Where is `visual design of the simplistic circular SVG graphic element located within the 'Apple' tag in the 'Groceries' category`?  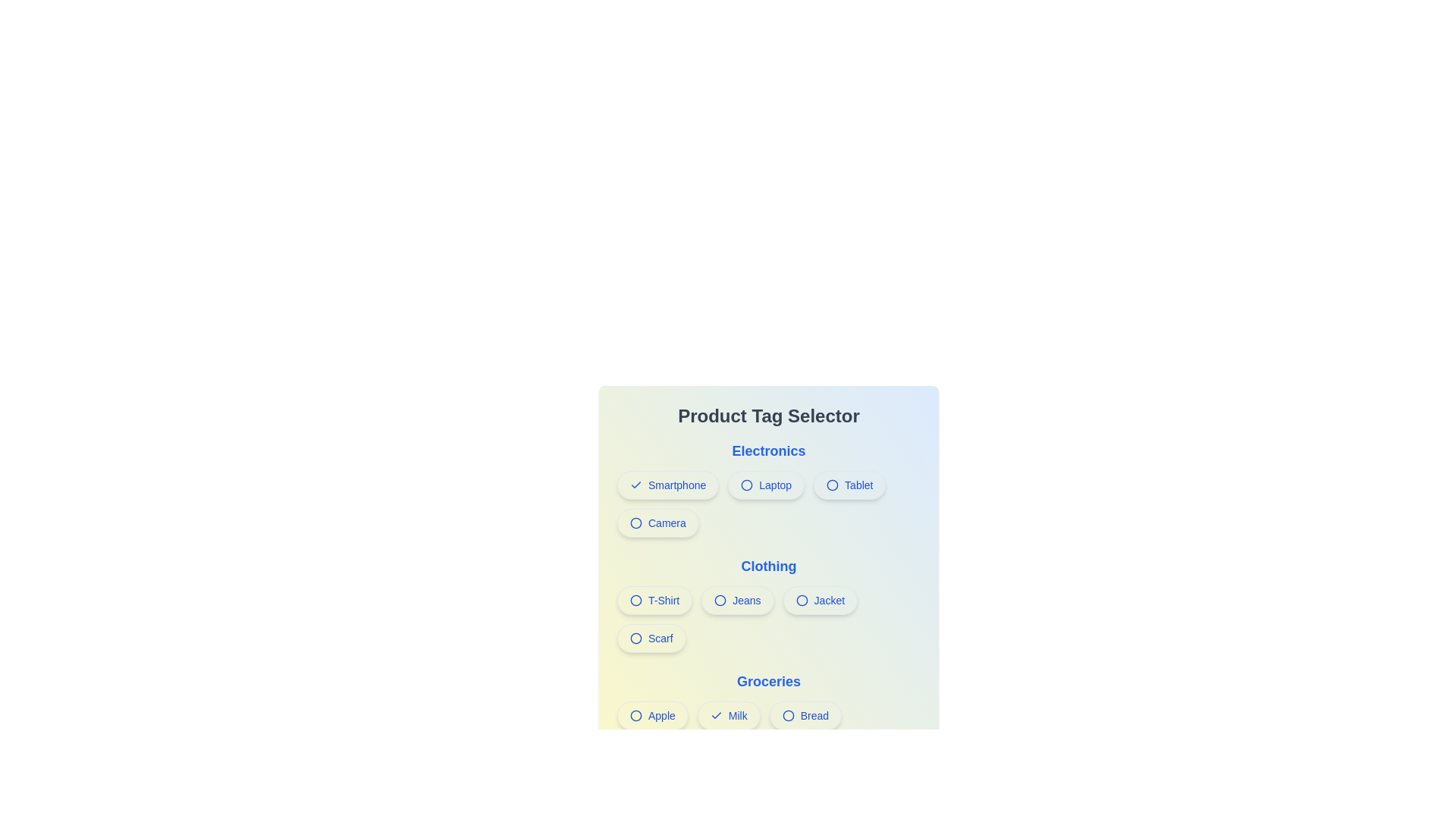 visual design of the simplistic circular SVG graphic element located within the 'Apple' tag in the 'Groceries' category is located at coordinates (636, 716).